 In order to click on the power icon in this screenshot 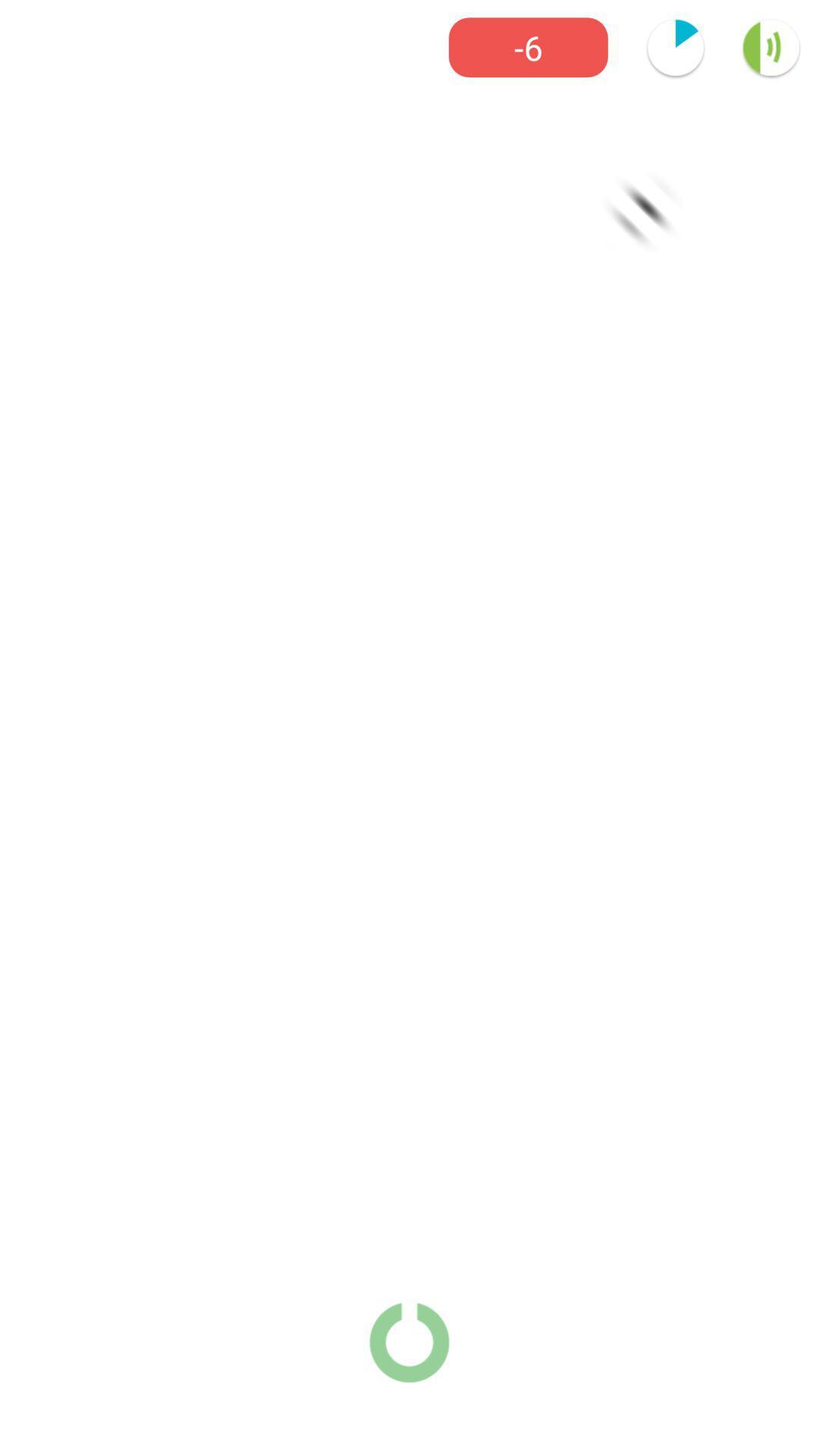, I will do `click(409, 1342)`.